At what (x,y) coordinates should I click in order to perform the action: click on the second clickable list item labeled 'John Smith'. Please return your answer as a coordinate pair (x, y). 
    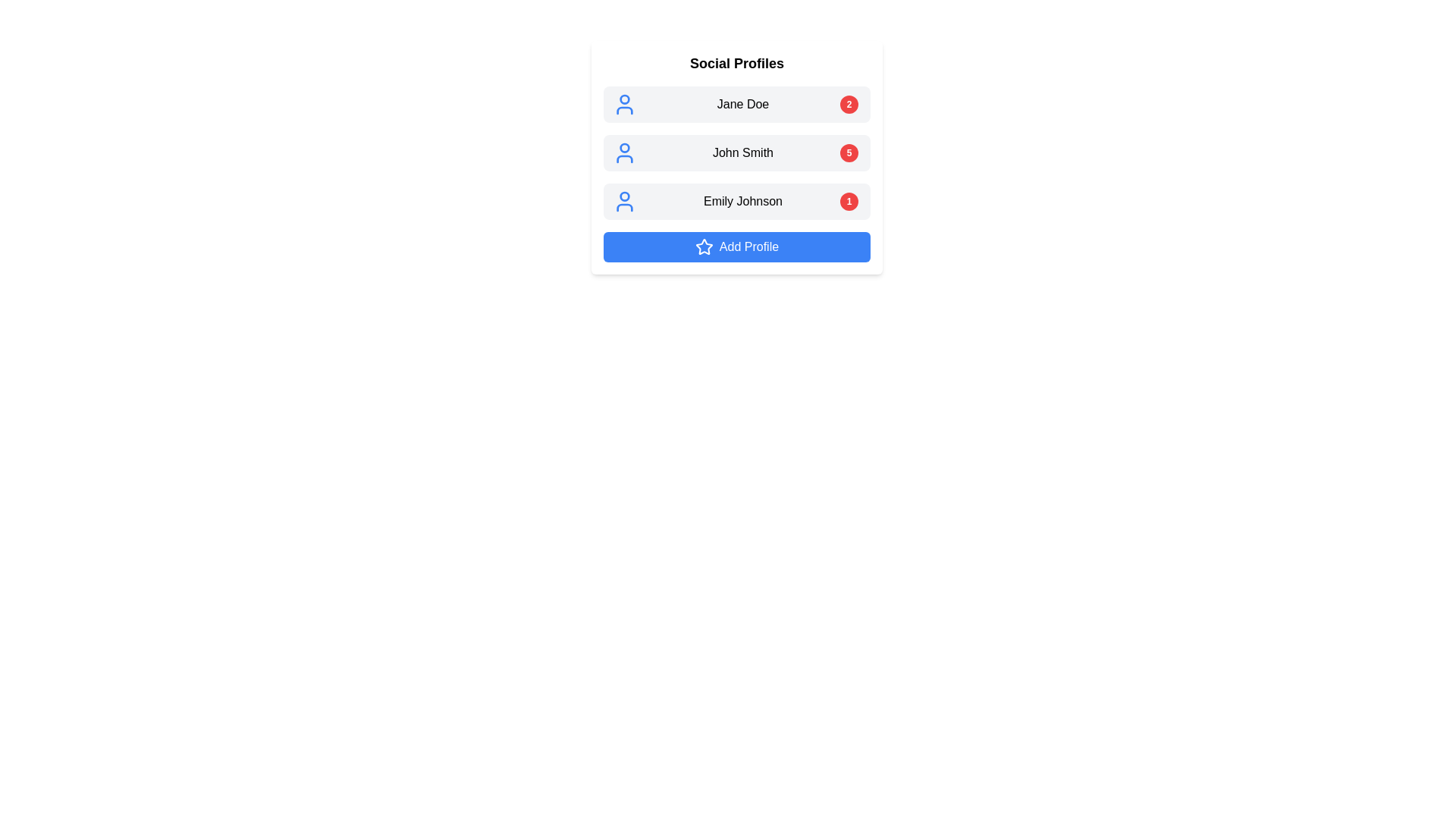
    Looking at the image, I should click on (736, 158).